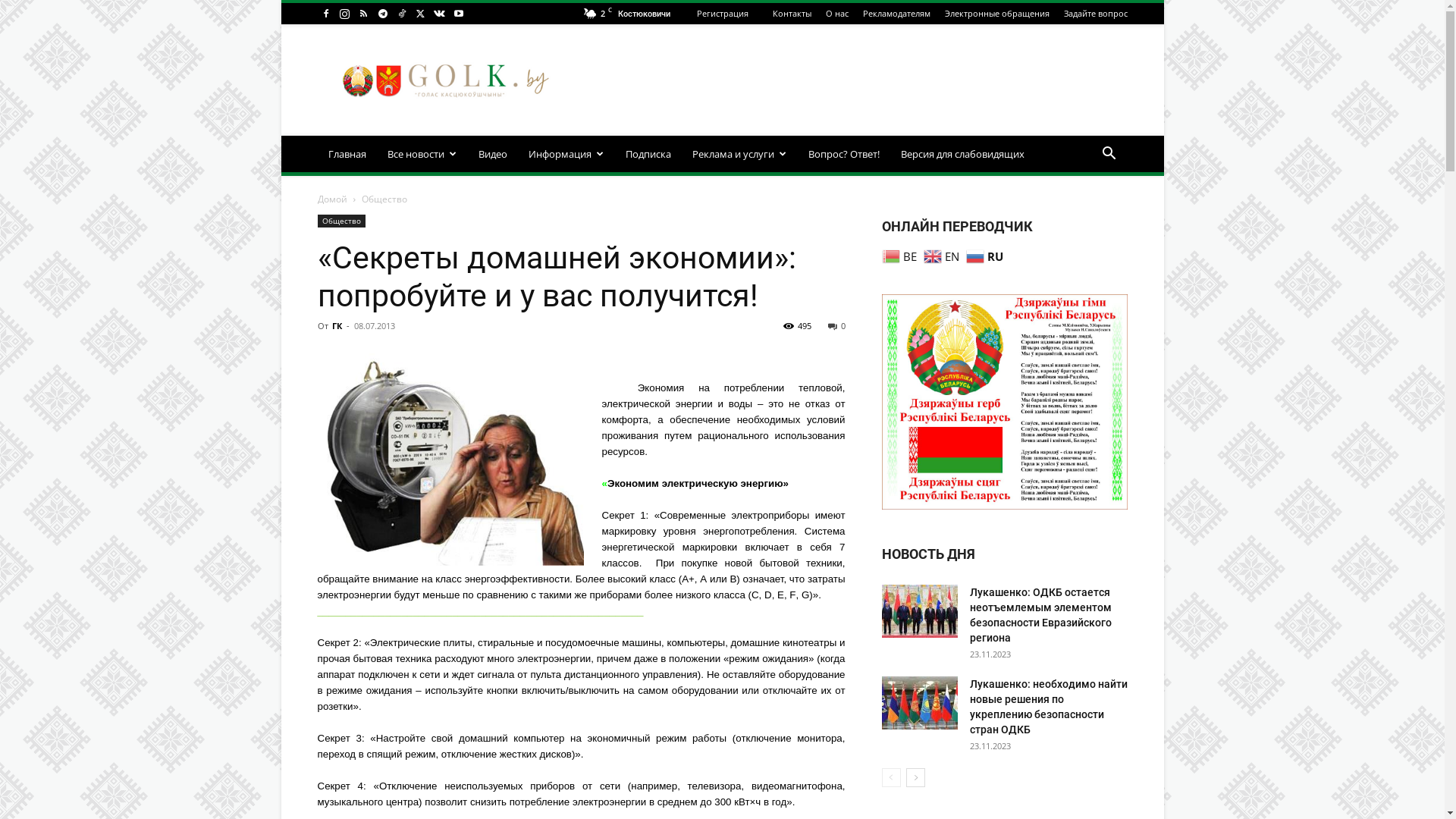 The height and width of the screenshot is (819, 1456). What do you see at coordinates (438, 13) in the screenshot?
I see `'VKontakte'` at bounding box center [438, 13].